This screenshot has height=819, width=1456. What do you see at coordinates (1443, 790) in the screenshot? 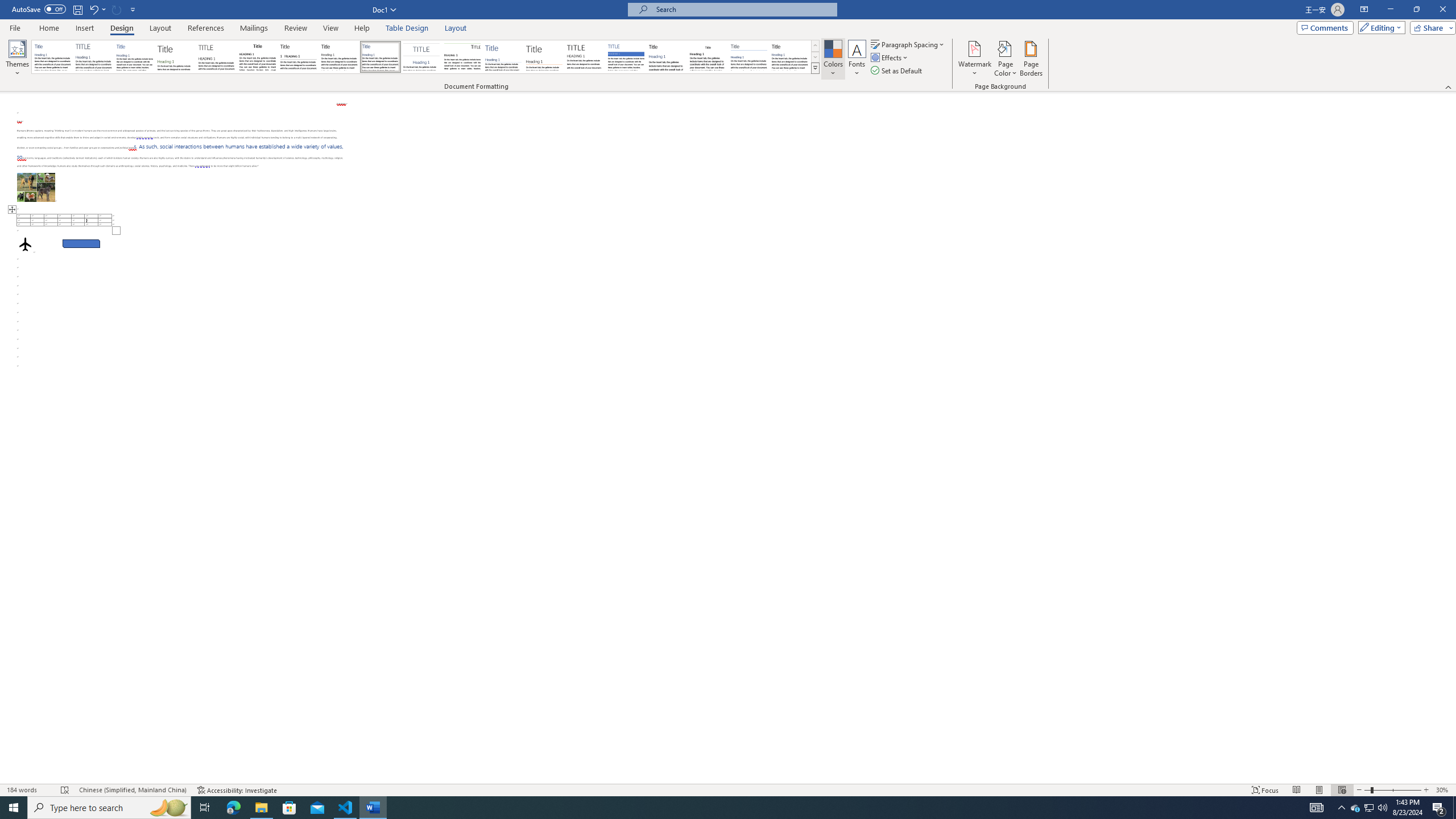
I see `'Zoom 30%'` at bounding box center [1443, 790].